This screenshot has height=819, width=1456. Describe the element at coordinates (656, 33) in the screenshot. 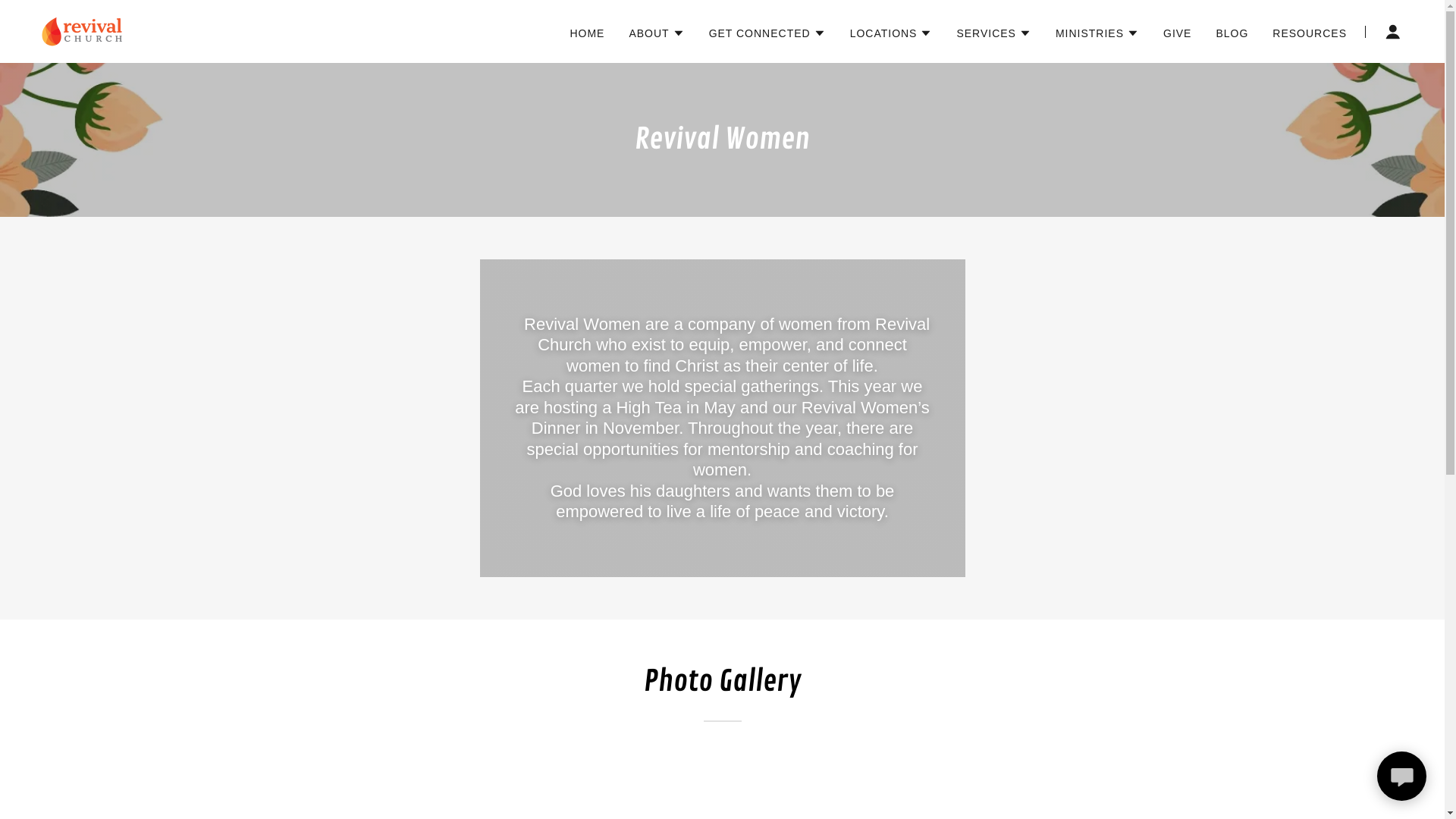

I see `'ABOUT'` at that location.